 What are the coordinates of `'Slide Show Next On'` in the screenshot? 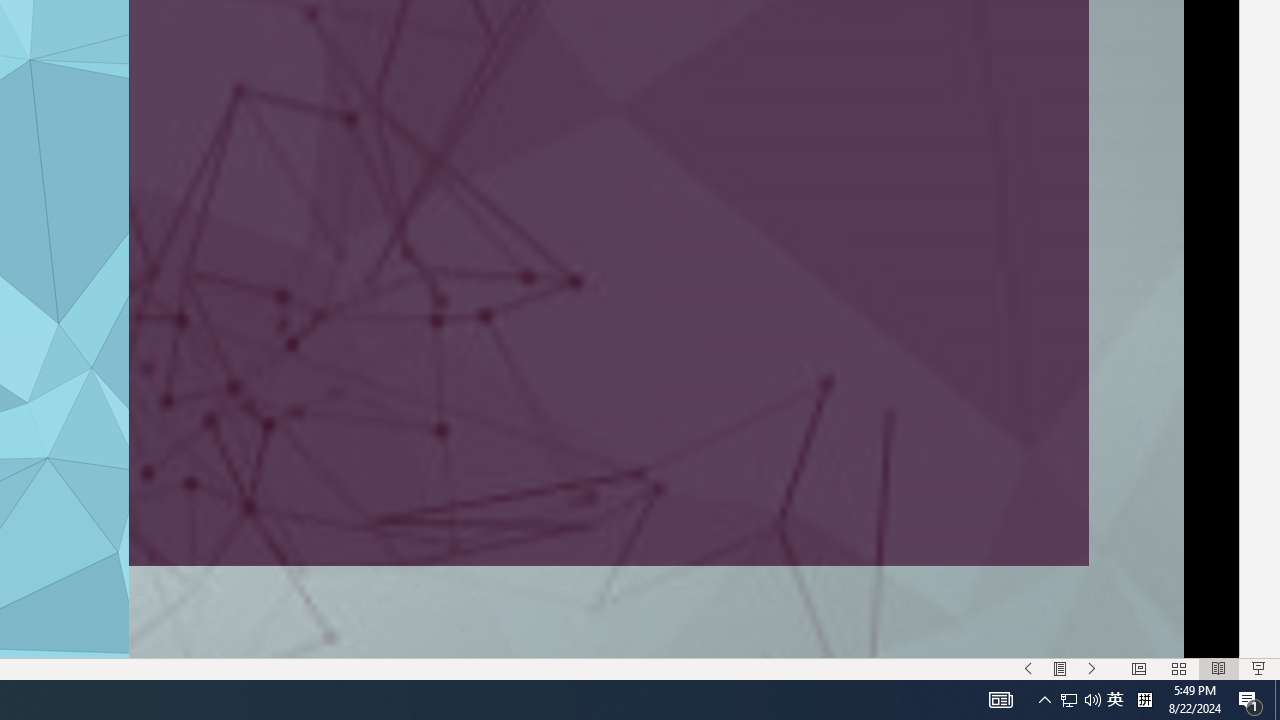 It's located at (1091, 669).